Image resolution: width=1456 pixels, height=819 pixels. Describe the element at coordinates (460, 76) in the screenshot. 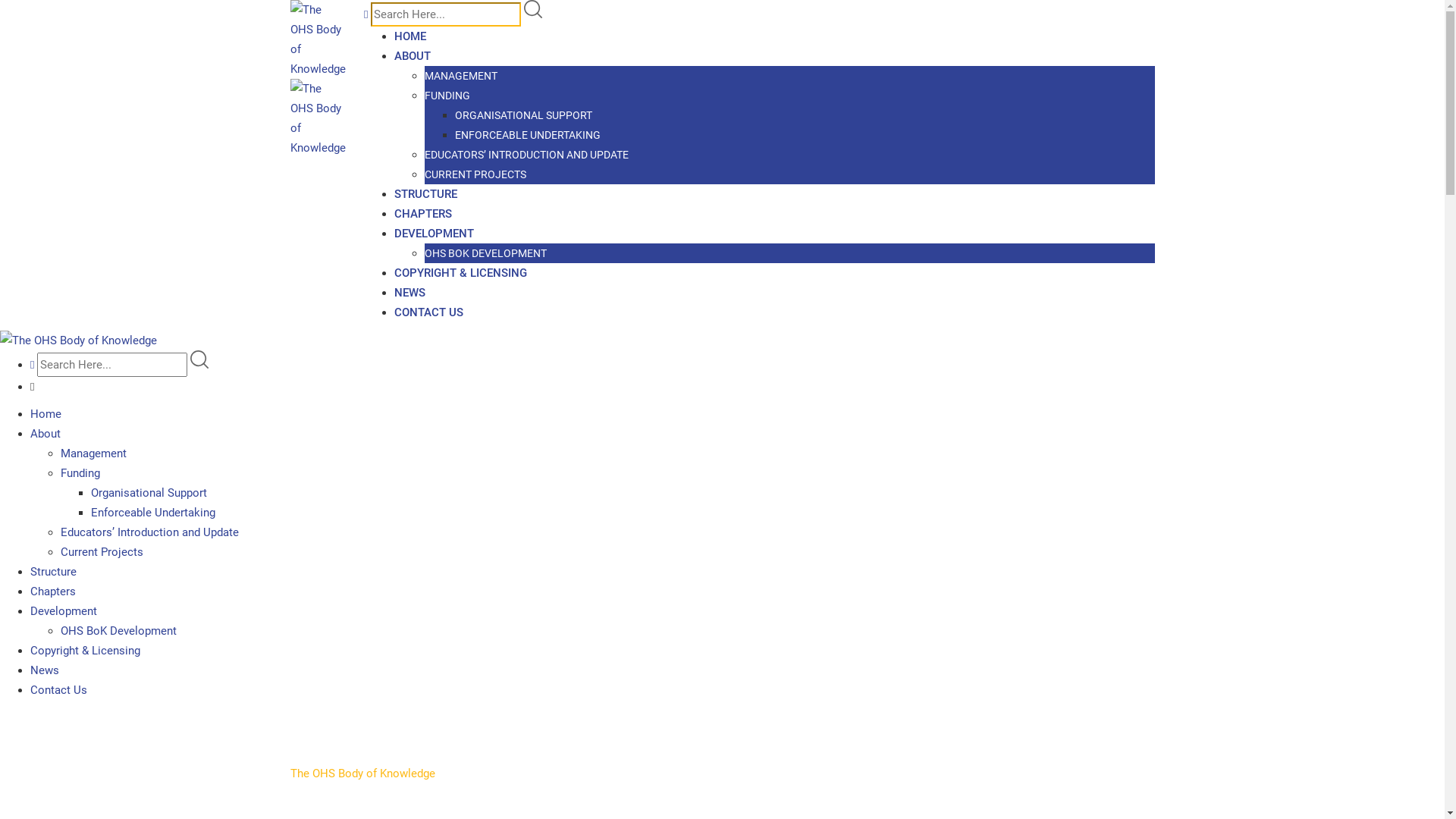

I see `'MANAGEMENT'` at that location.